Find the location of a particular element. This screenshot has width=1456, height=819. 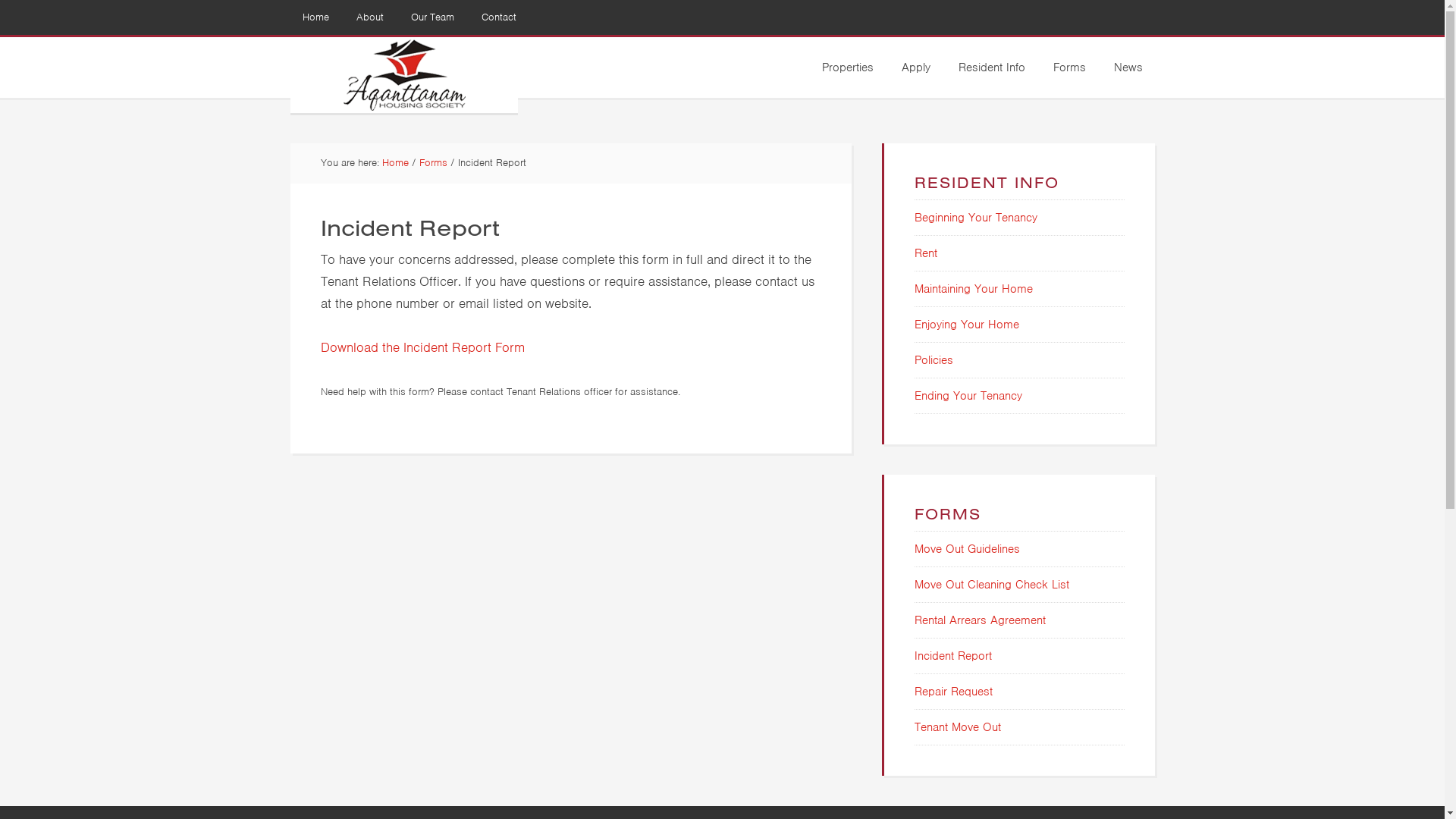

'Rental Arrears Agreement' is located at coordinates (980, 620).